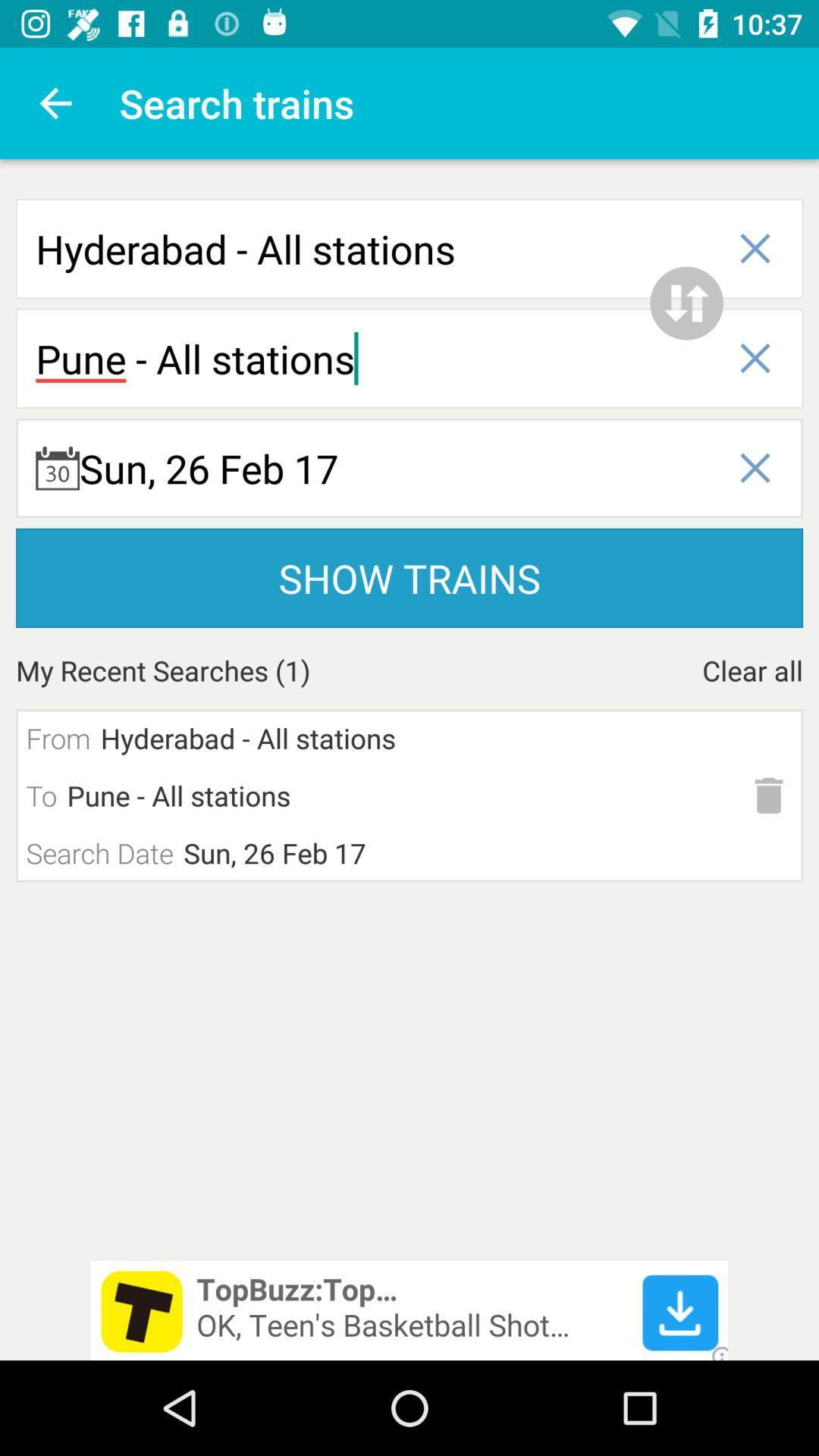  What do you see at coordinates (769, 795) in the screenshot?
I see `discard recent searches` at bounding box center [769, 795].